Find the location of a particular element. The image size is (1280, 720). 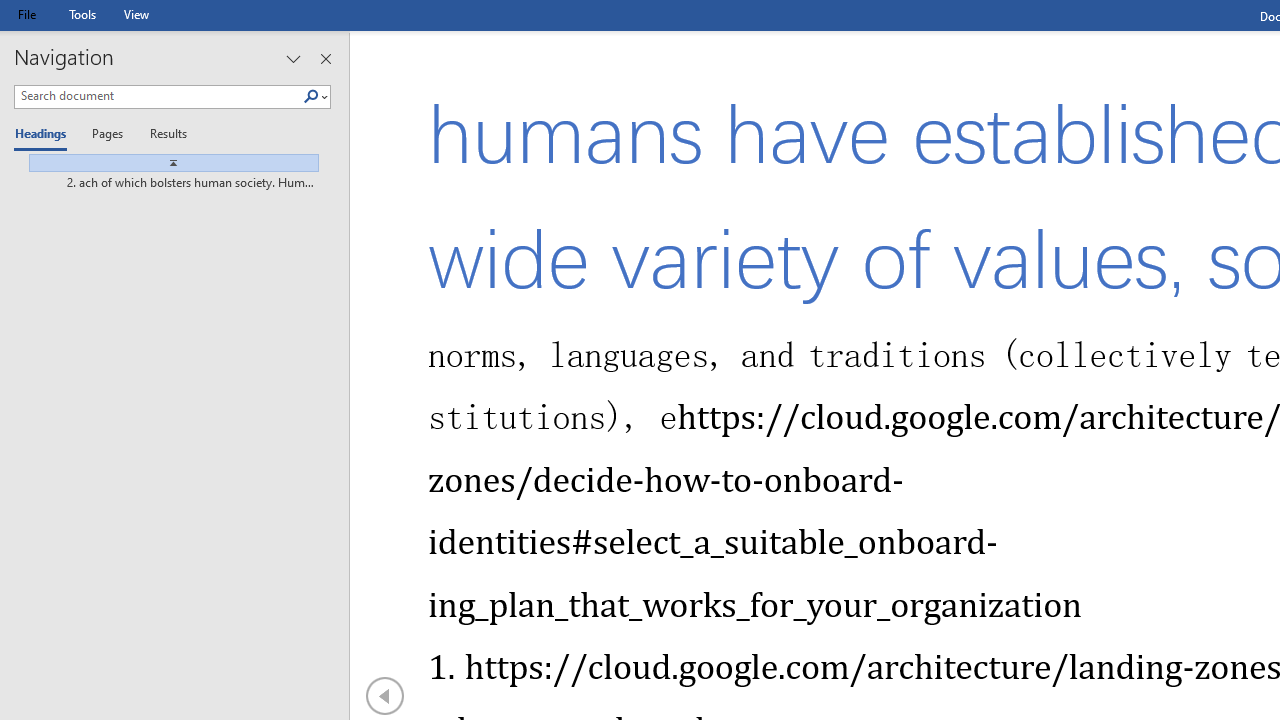

'Pages' is located at coordinates (104, 135).